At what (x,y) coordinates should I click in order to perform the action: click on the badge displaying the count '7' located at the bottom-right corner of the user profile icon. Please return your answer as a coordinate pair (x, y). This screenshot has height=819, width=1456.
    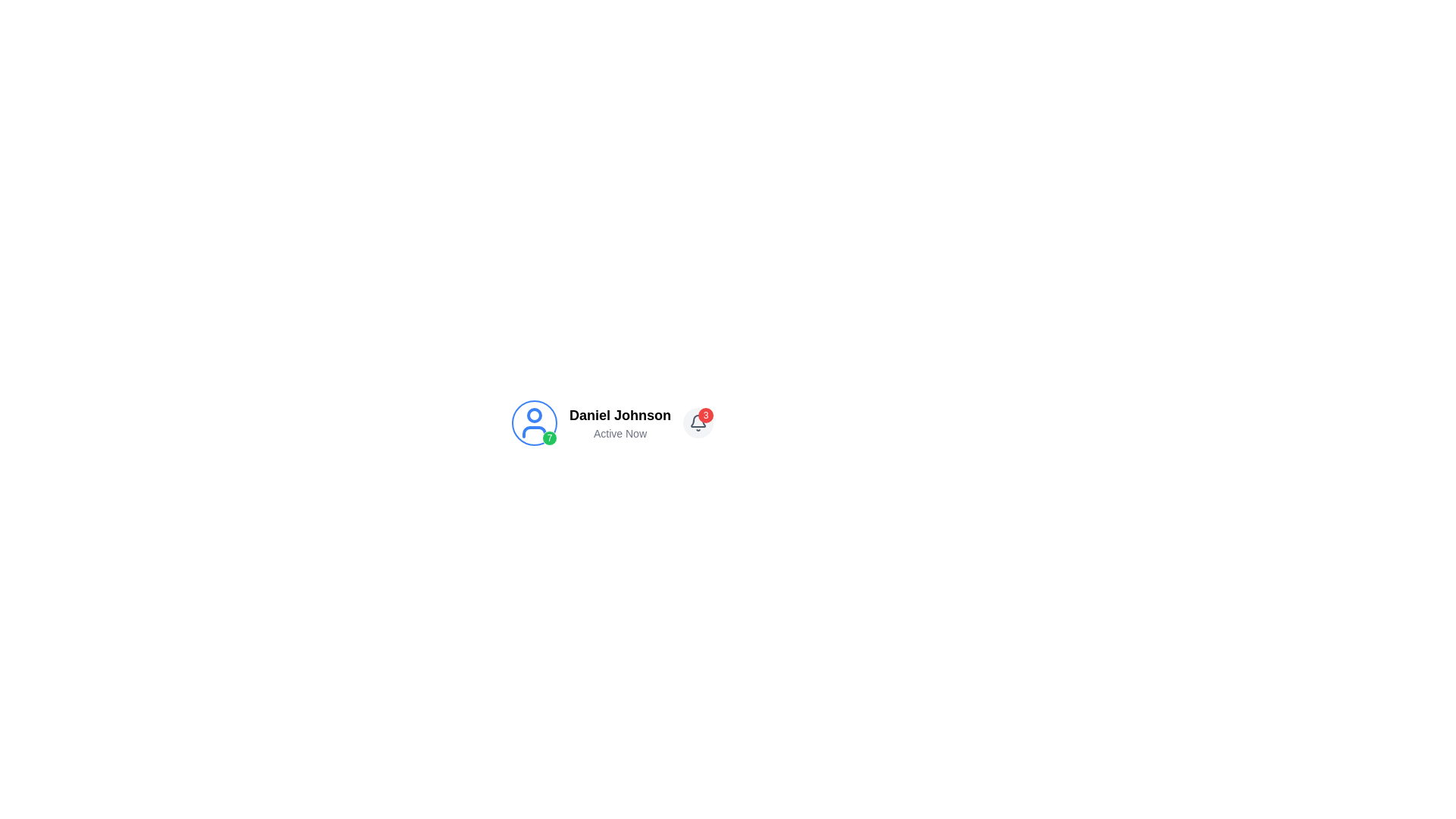
    Looking at the image, I should click on (548, 438).